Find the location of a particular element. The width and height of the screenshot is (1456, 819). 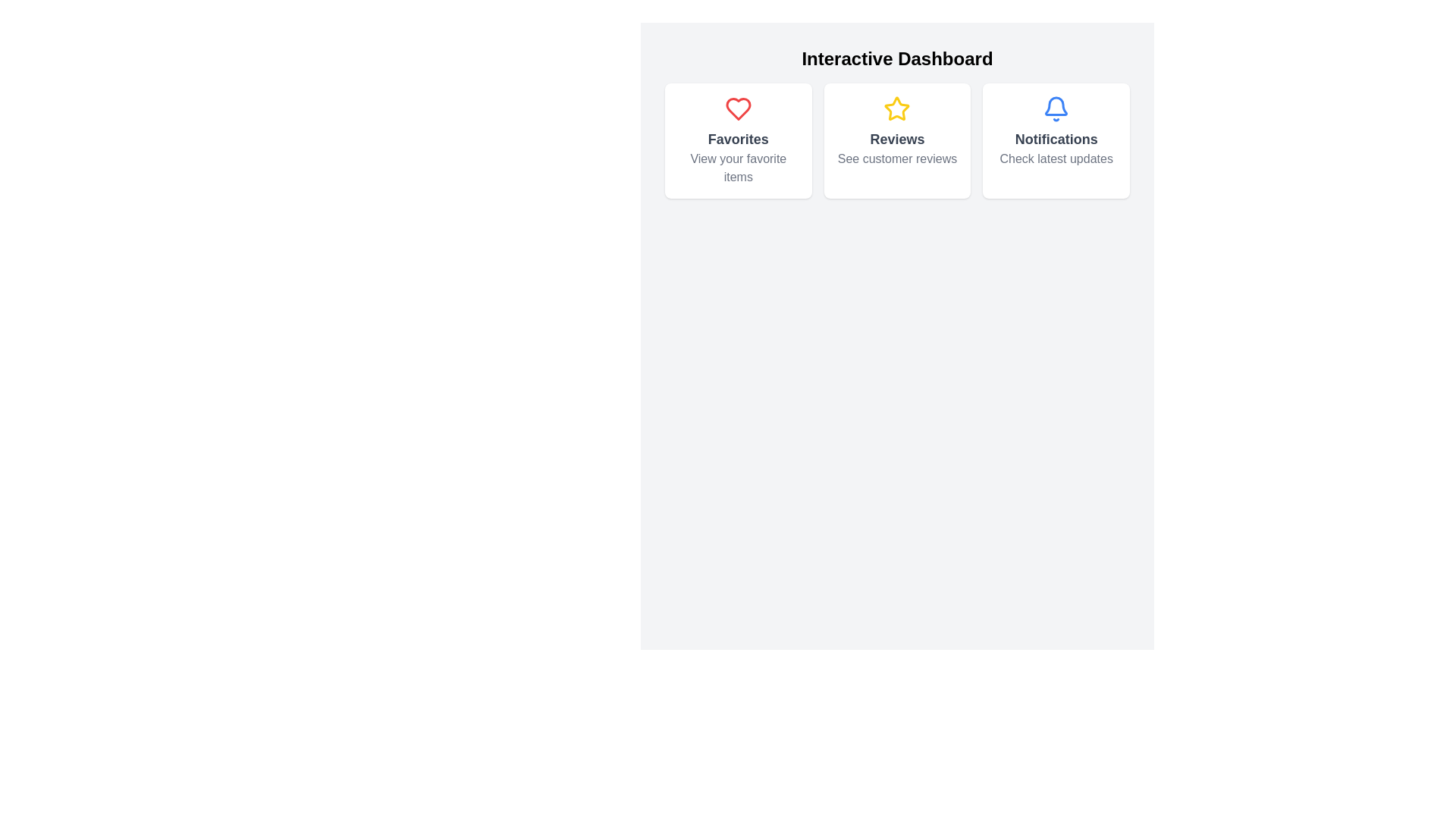

the rating or review icon located in the 'Reviews' panel, directly above the text 'See customer reviews' is located at coordinates (897, 108).